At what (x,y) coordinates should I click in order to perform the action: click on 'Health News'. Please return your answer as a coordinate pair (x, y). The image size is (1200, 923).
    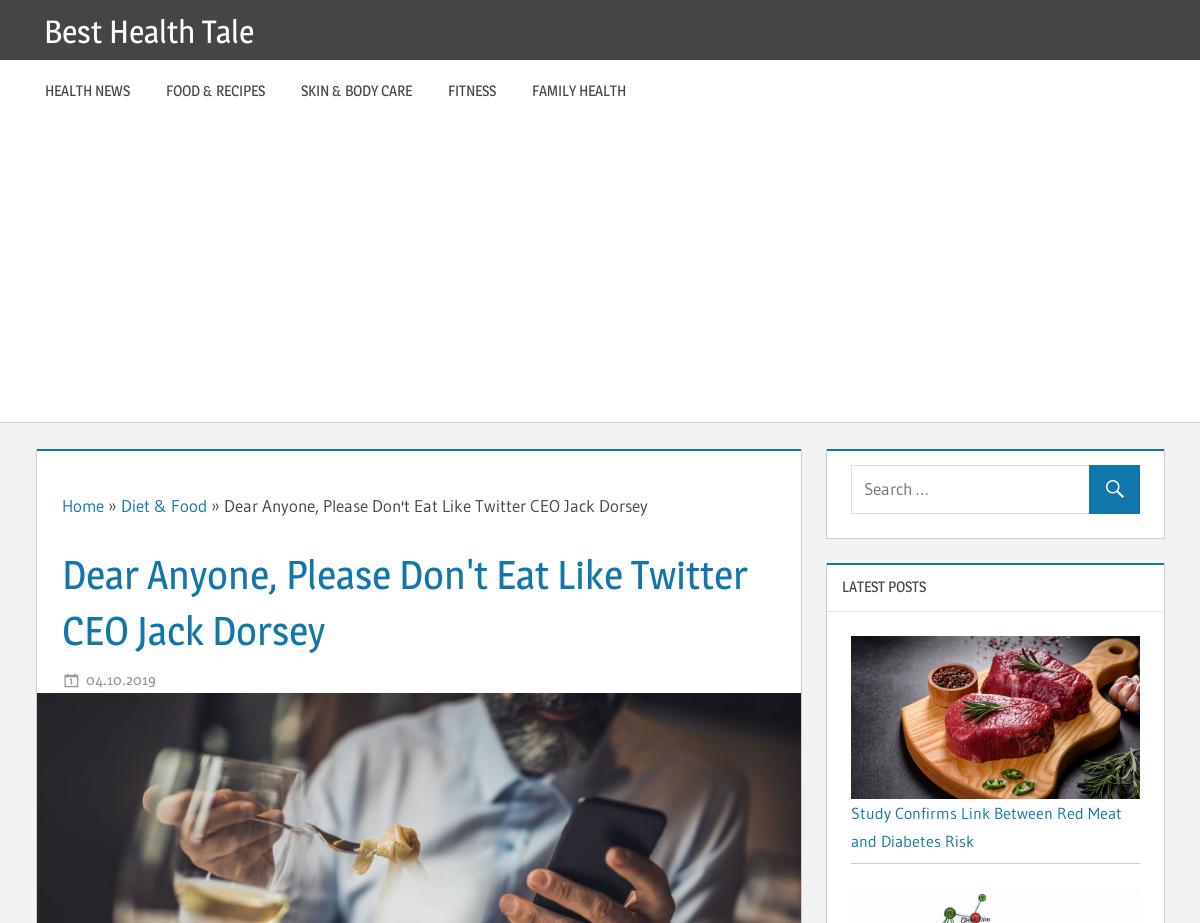
    Looking at the image, I should click on (45, 90).